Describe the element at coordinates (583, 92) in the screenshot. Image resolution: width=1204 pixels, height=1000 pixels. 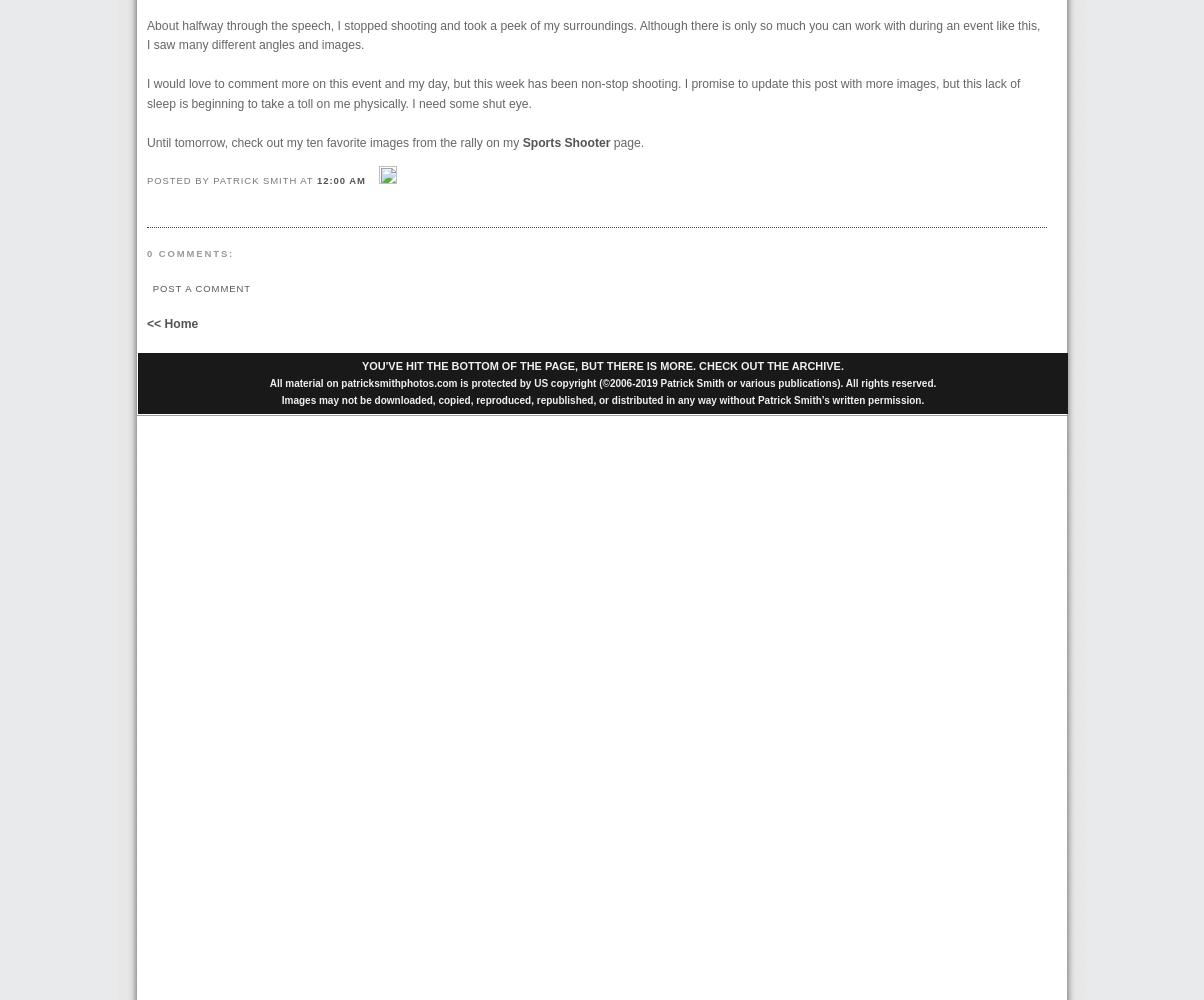
I see `'I would love to comment more on this event and my day, but this week has been non-stop  shooting. I promise to update this post with more images, but this lack of sleep is beginning to take a toll on me physically. I need some shut eye.'` at that location.